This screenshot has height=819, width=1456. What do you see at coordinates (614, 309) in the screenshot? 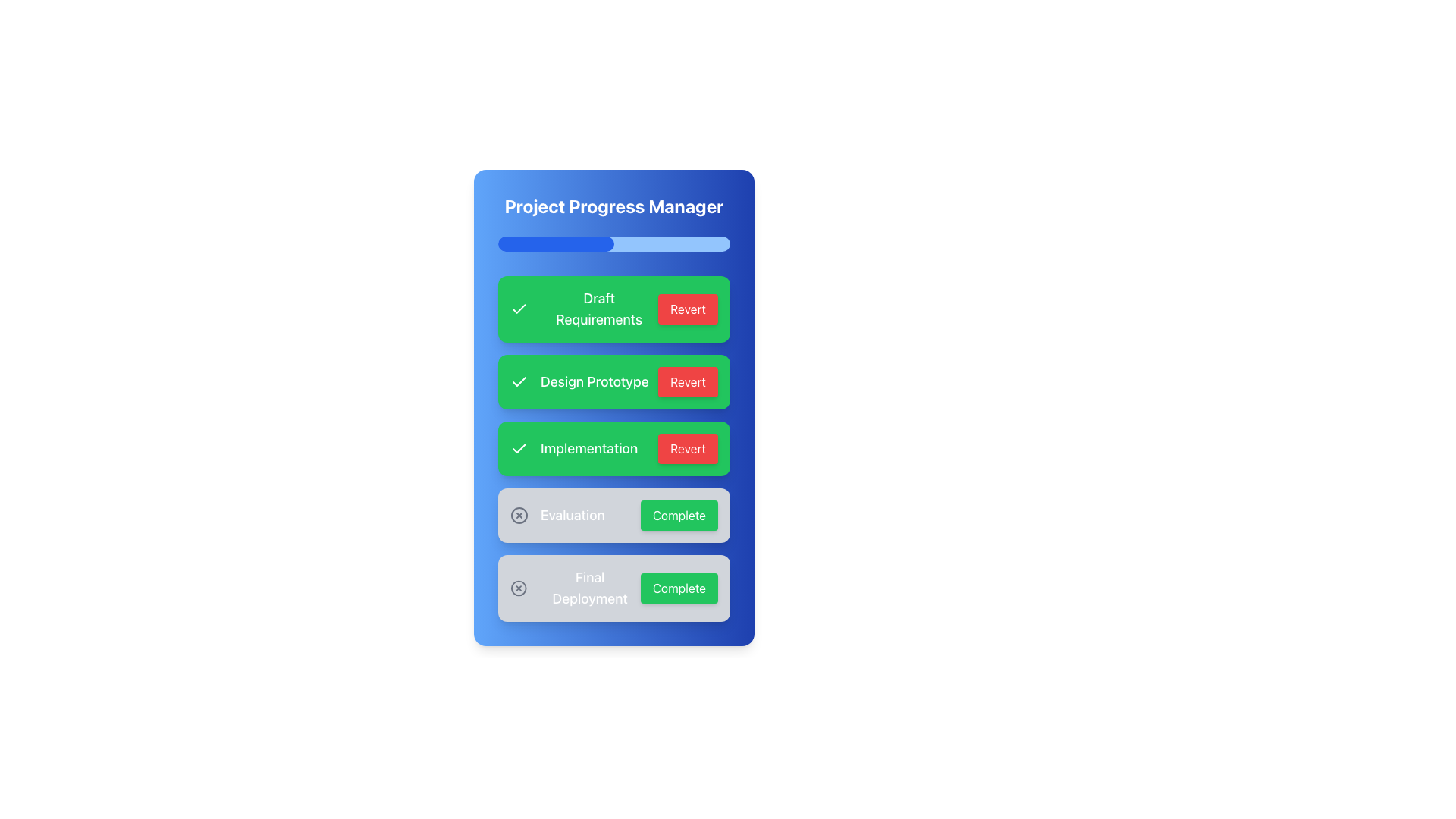
I see `text content of the first item in the project management progress list located in the 'Project Progress Manager' panel` at bounding box center [614, 309].